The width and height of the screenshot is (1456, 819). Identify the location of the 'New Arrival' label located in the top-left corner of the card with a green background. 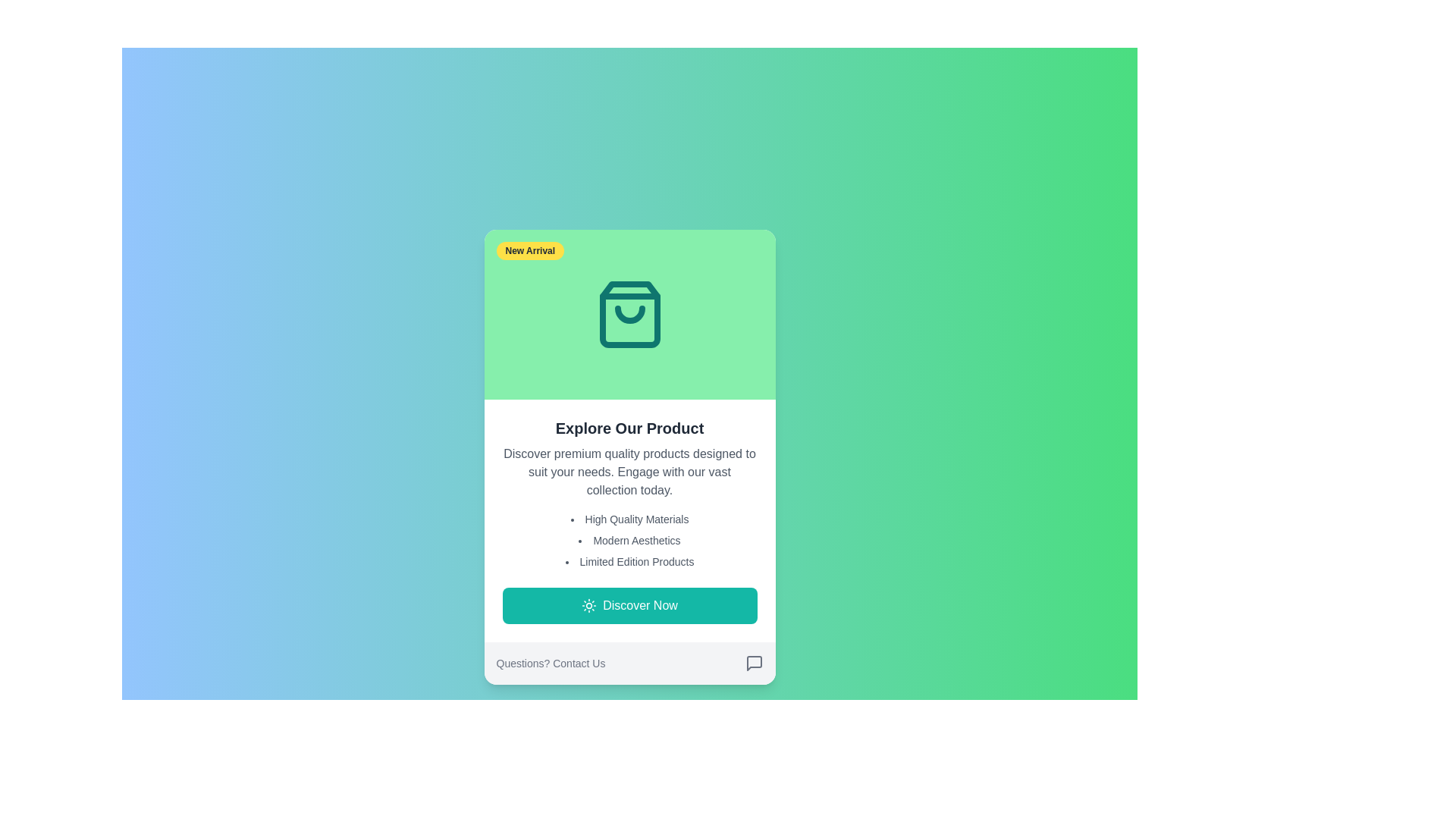
(530, 250).